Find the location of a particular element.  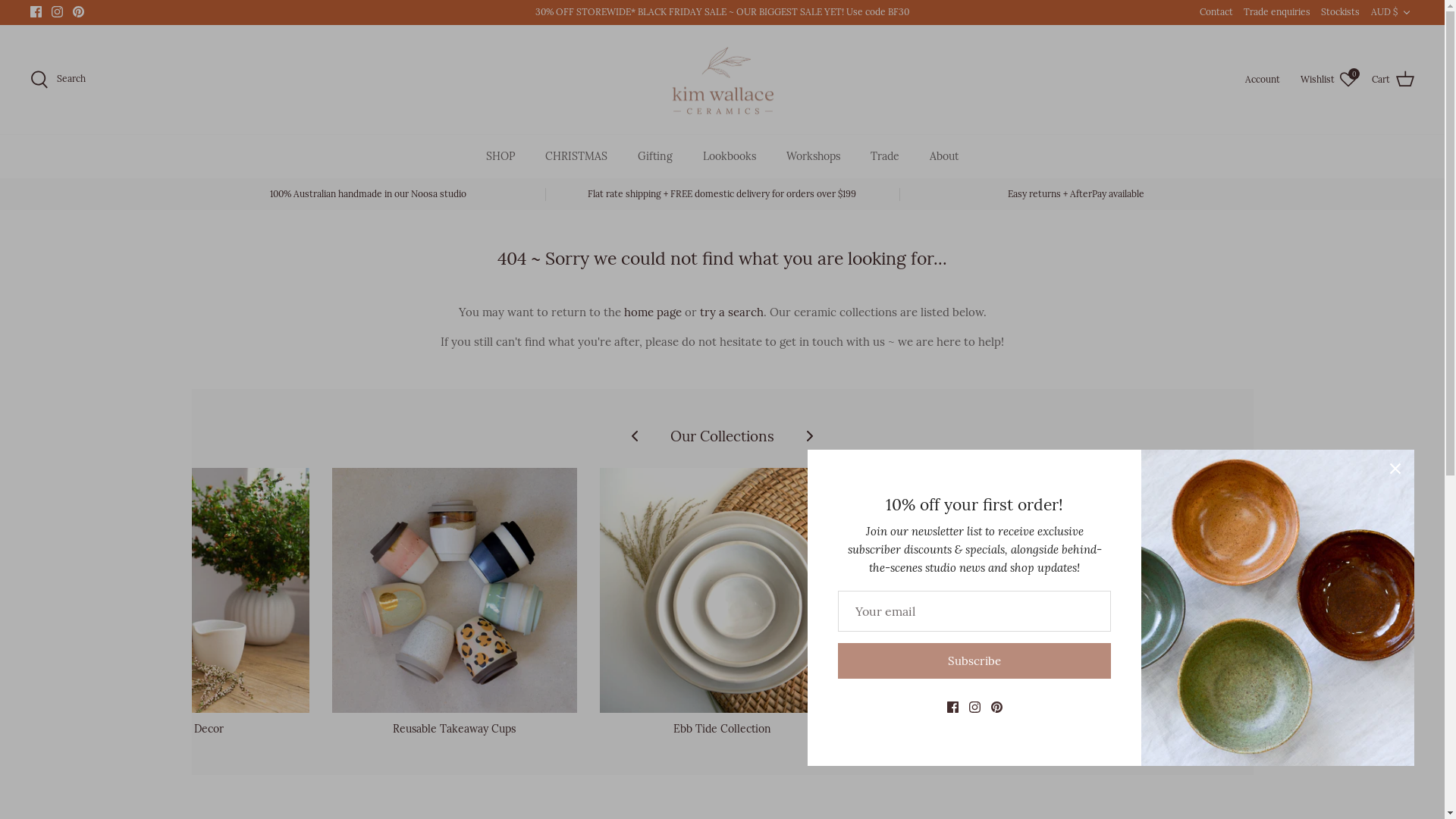

'Wishlist is located at coordinates (1328, 79).